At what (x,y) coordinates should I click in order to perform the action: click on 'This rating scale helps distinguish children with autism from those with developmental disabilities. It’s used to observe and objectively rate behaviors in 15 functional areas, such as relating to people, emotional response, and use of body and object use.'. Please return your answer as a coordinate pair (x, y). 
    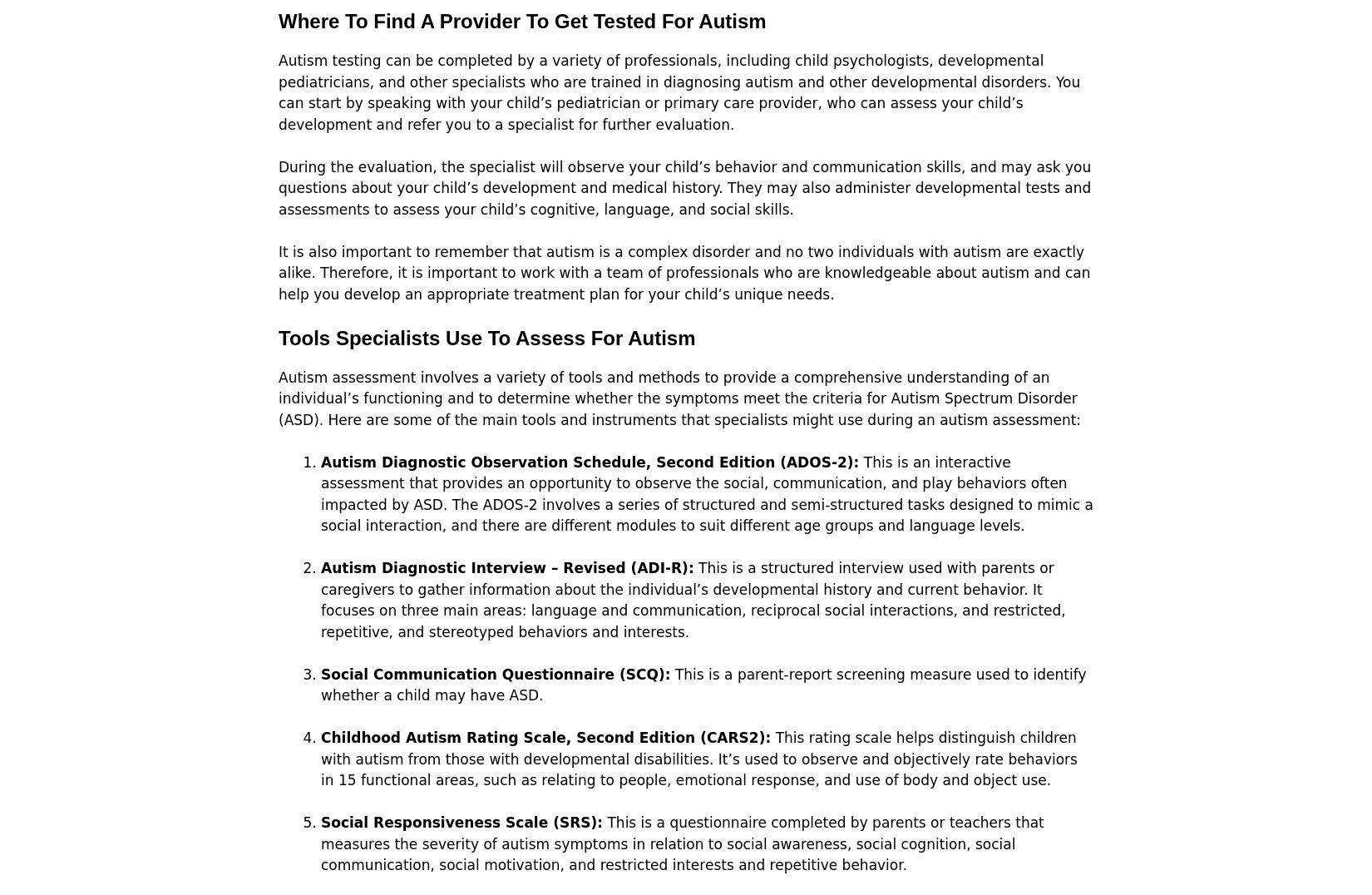
    Looking at the image, I should click on (698, 758).